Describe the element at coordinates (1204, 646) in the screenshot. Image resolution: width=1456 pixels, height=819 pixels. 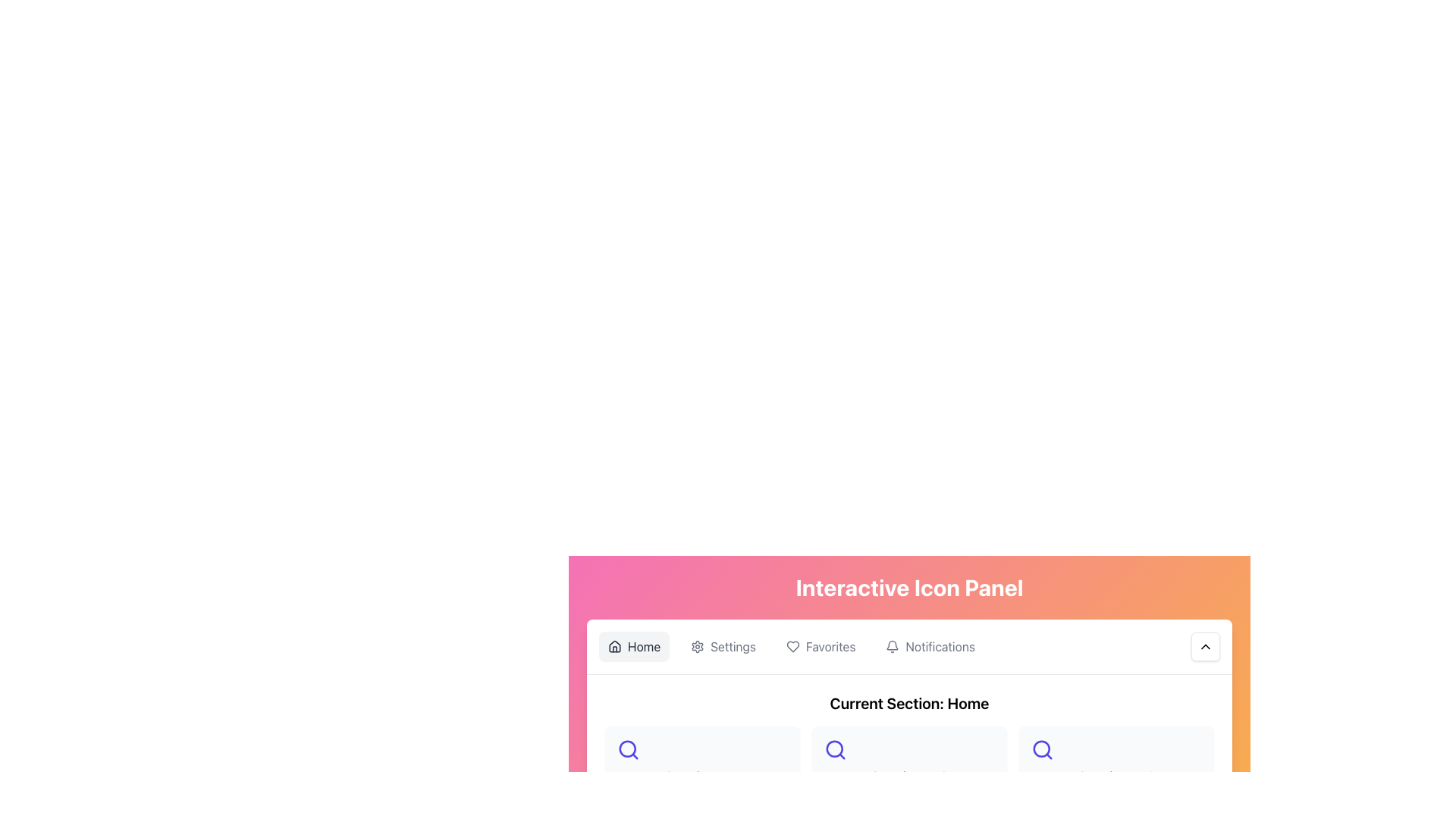
I see `the interactive icon located at the top right corner of the panel` at that location.